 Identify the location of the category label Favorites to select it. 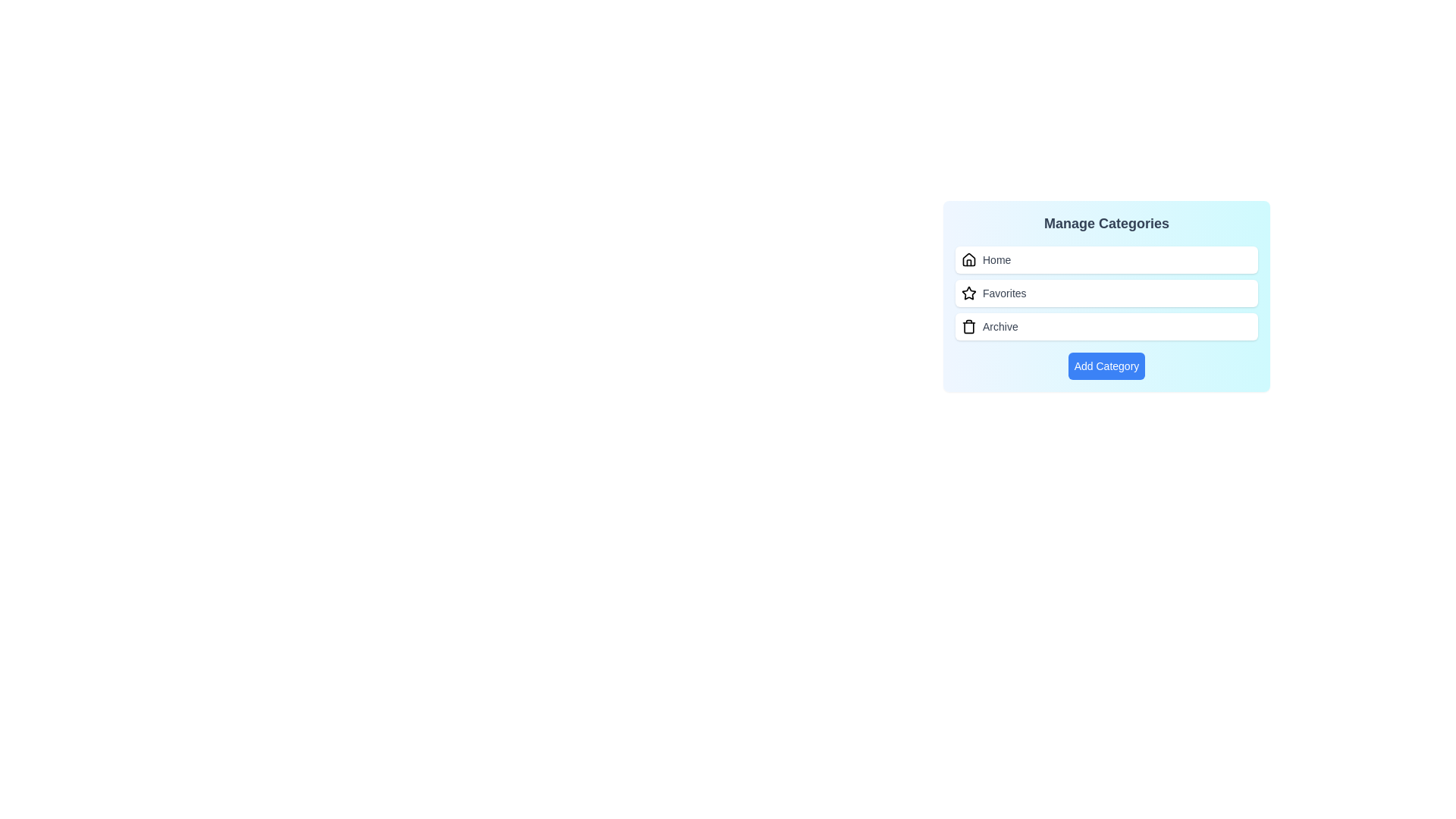
(1004, 293).